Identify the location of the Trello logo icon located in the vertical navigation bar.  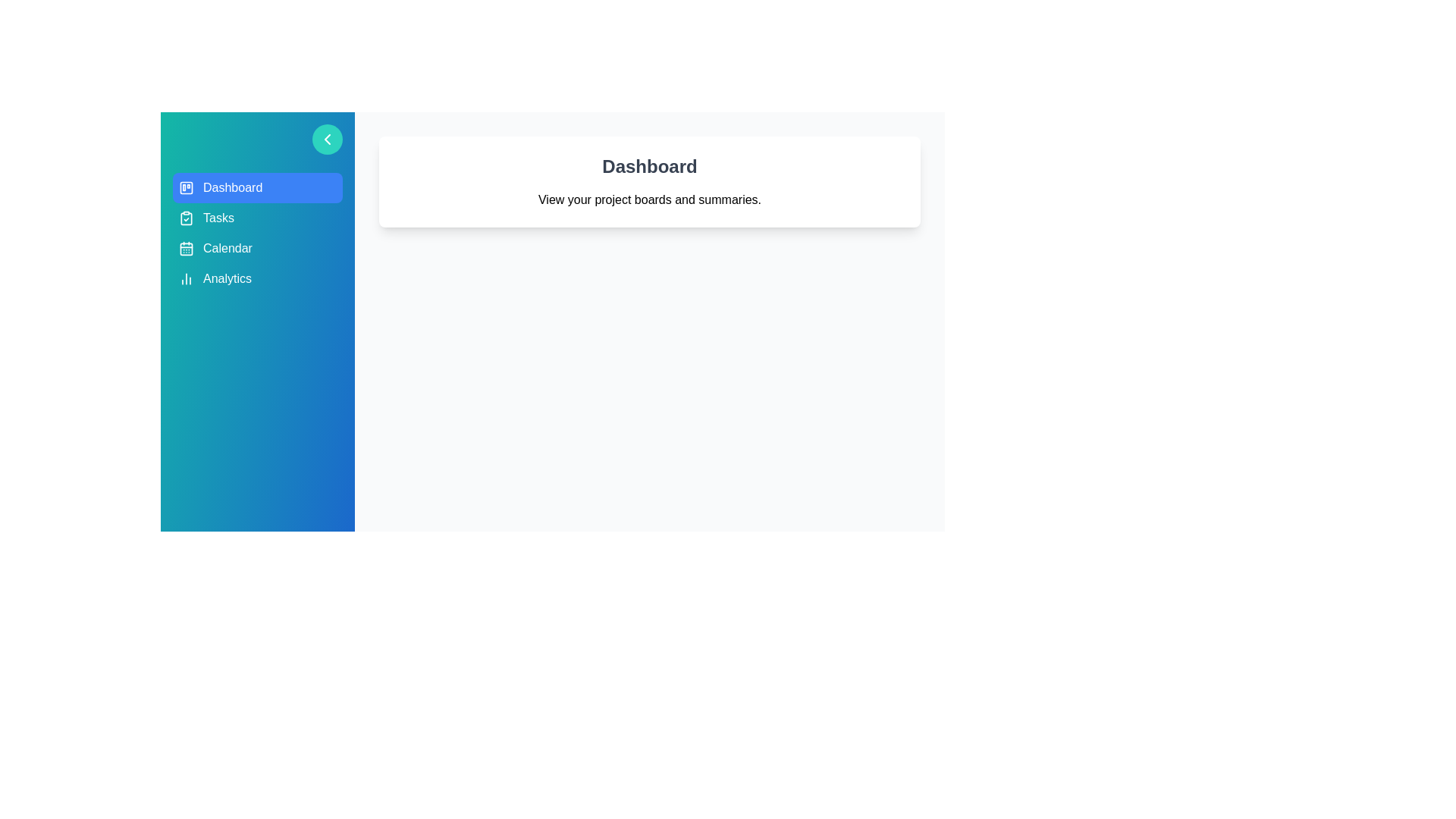
(185, 187).